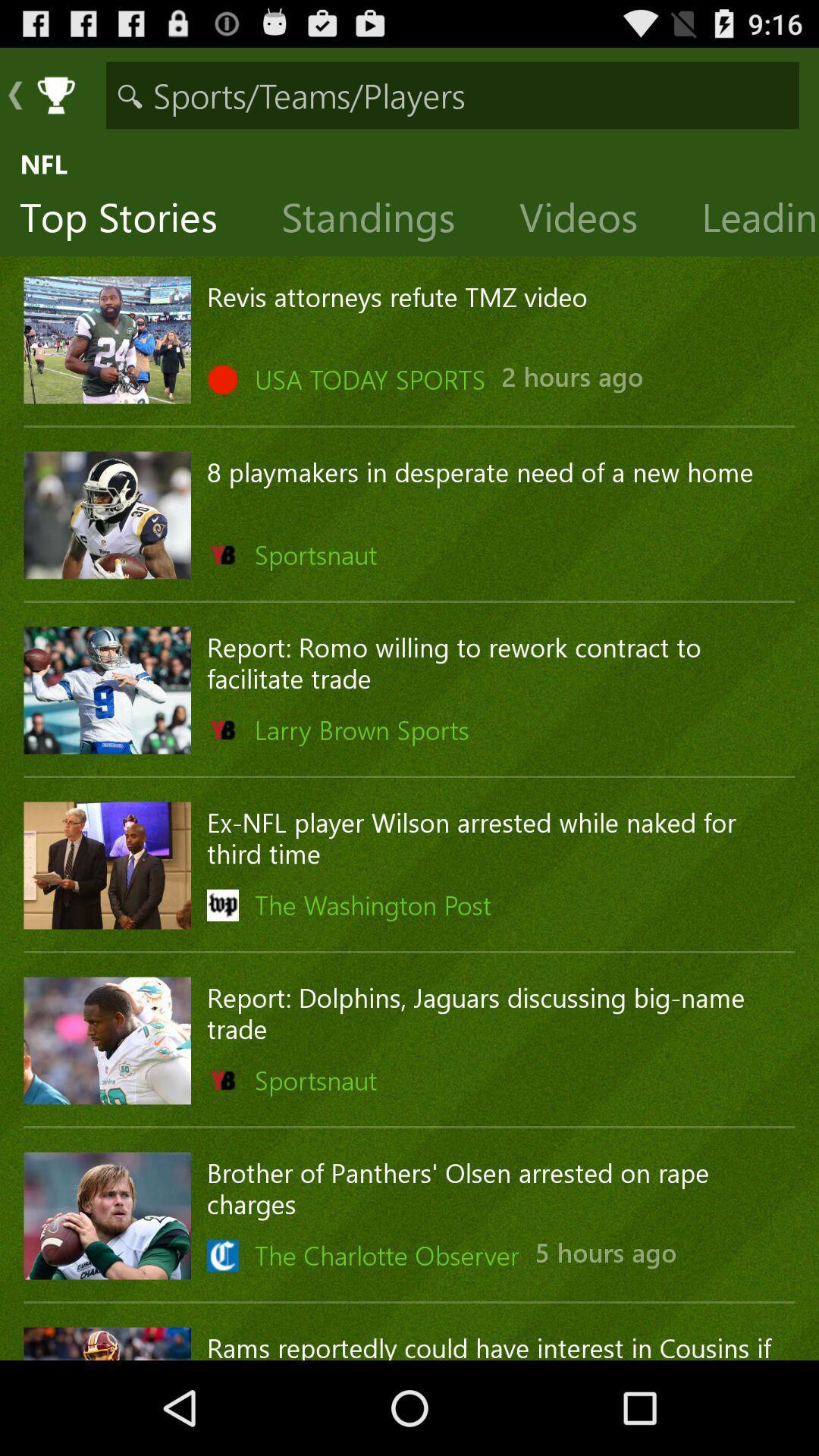  I want to click on the leading players icon, so click(749, 220).